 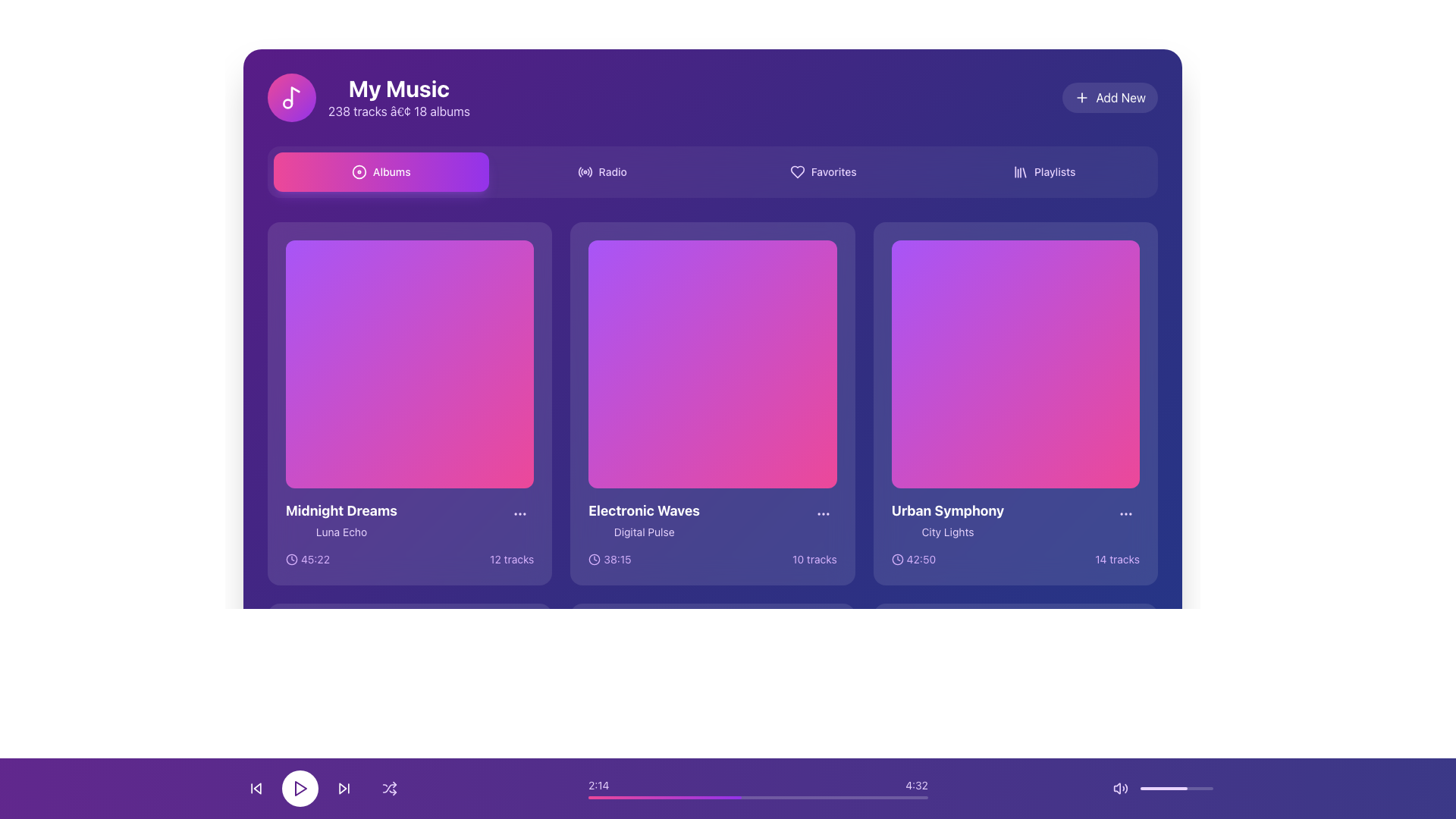 What do you see at coordinates (512, 560) in the screenshot?
I see `the text label displaying '12 tracks' located in the bottom right corner of the first album tile (Midnight Dreams), positioned to the right of '45:22'` at bounding box center [512, 560].